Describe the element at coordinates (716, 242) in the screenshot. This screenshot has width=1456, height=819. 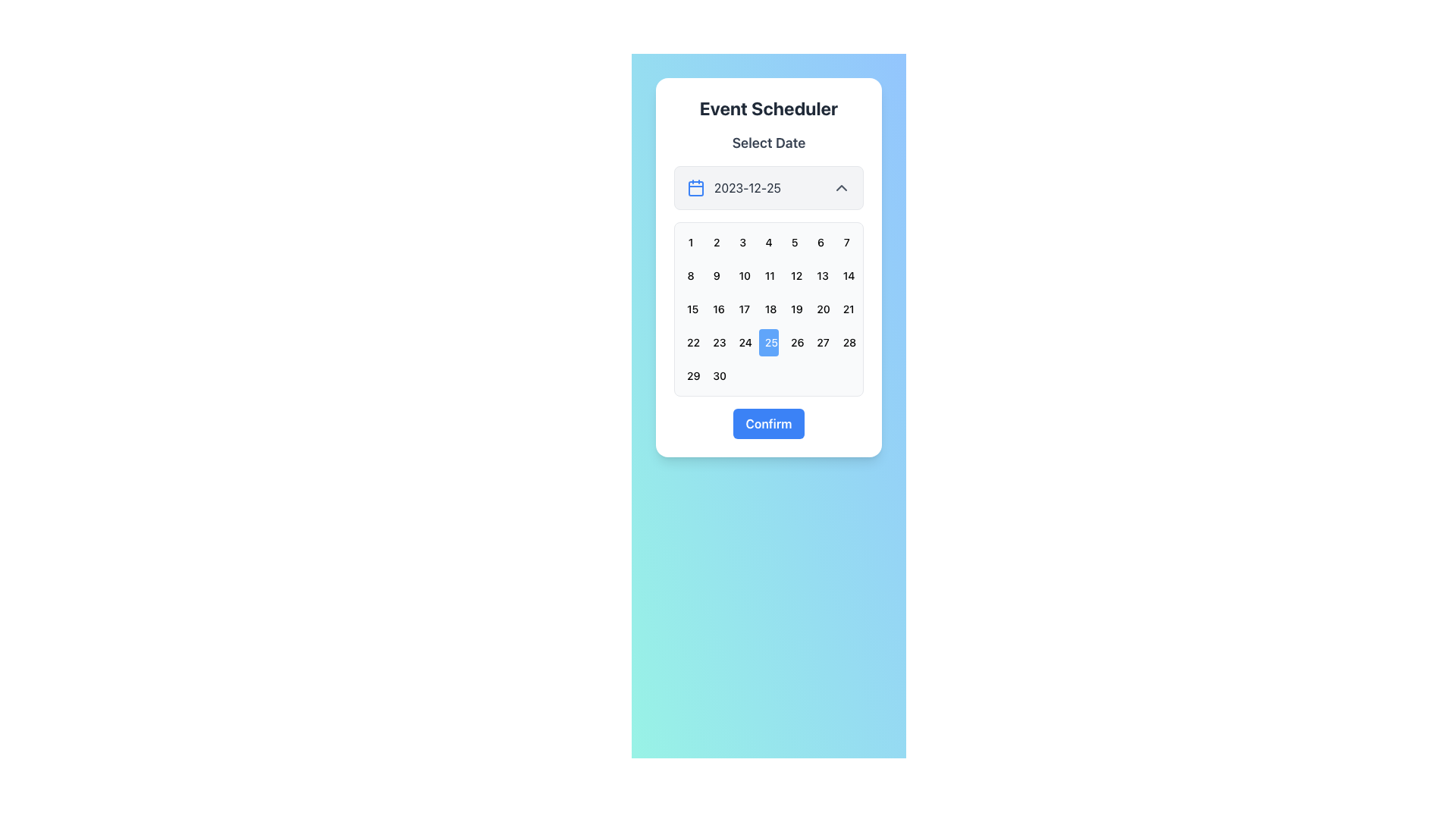
I see `the date selection button for the number '2' in the calendar interface` at that location.